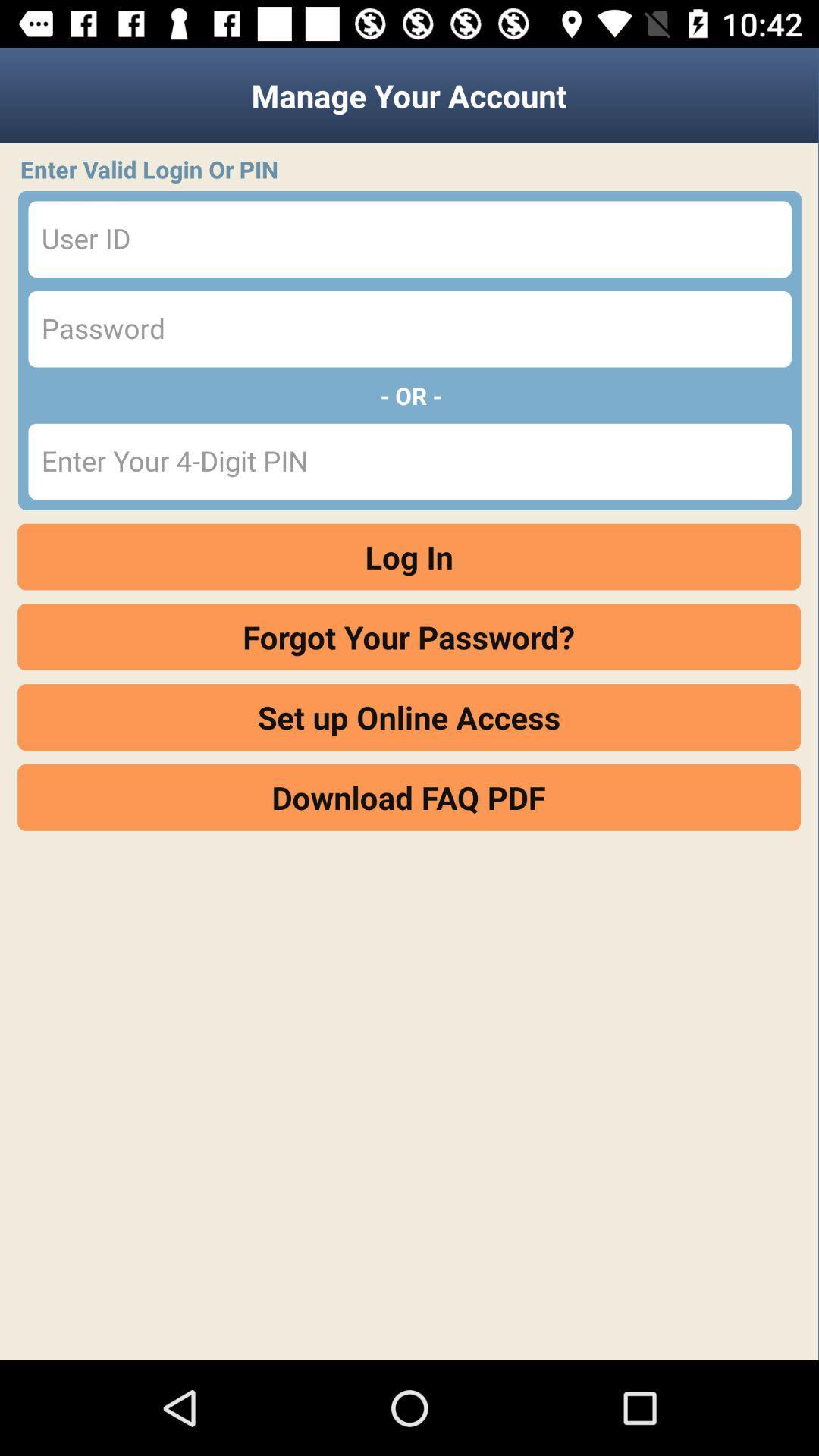  What do you see at coordinates (408, 717) in the screenshot?
I see `the set up online` at bounding box center [408, 717].